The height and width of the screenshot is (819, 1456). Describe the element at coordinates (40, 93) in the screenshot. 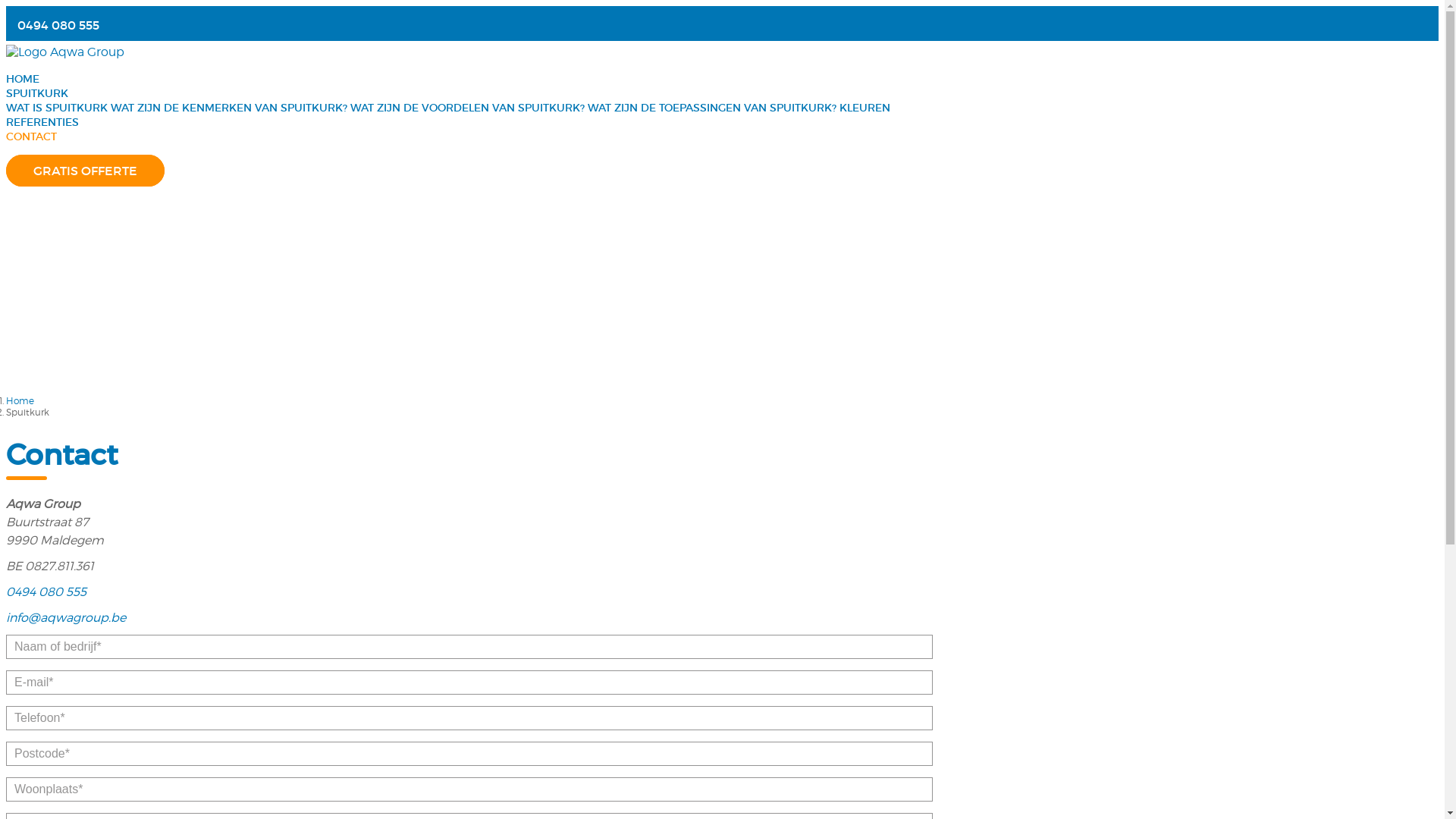

I see `'SPUITKURK'` at that location.